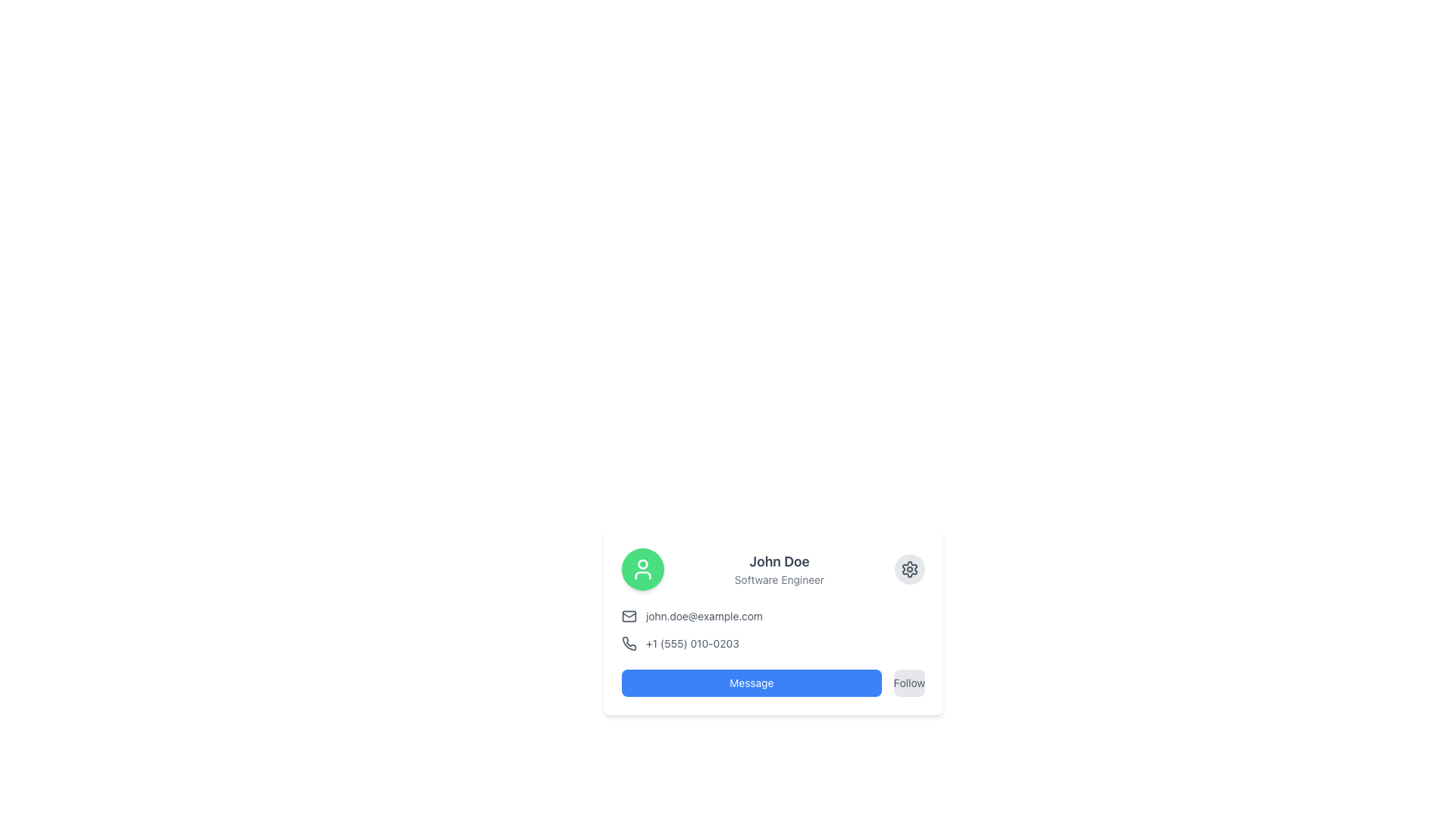  I want to click on the gear icon representing settings, located in the upper-right corner of the user card section, so click(910, 570).